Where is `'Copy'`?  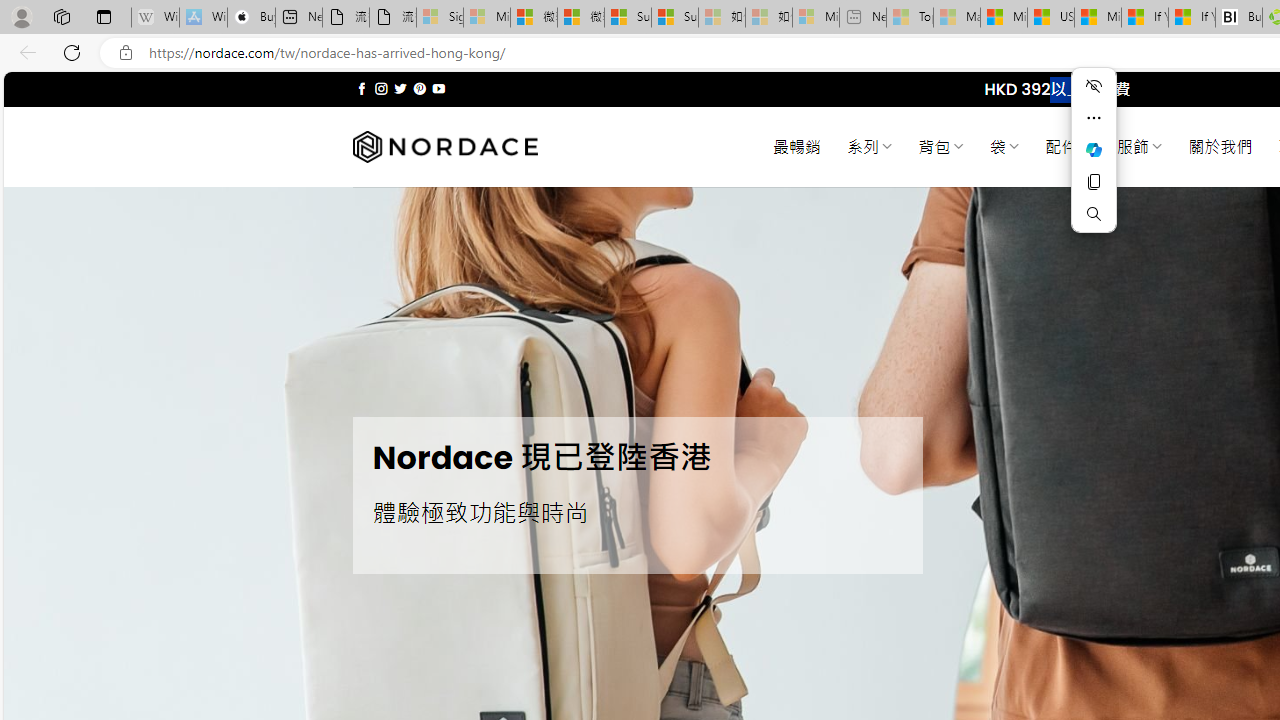
'Copy' is located at coordinates (1093, 182).